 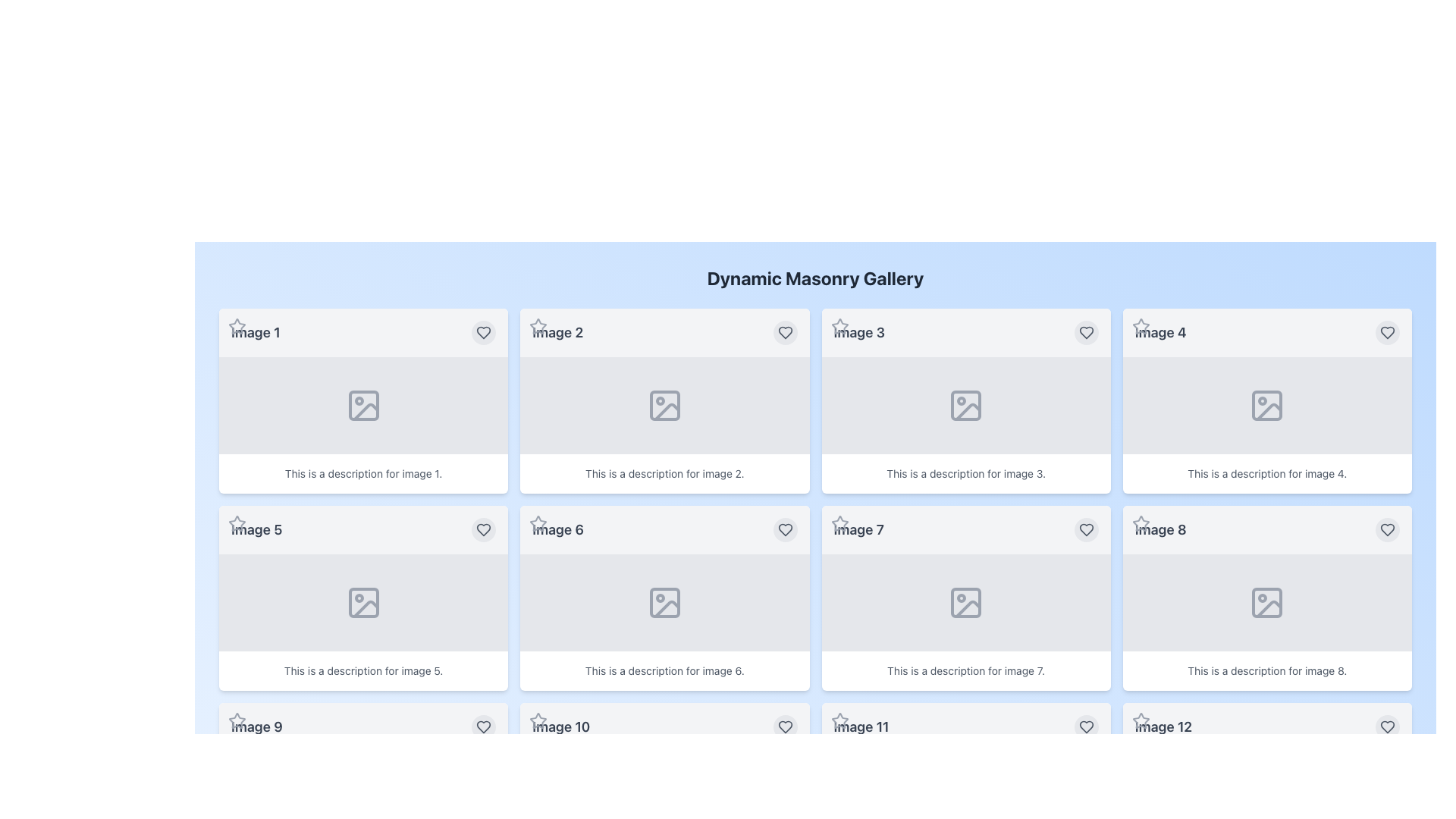 I want to click on the card titled 'Image 5' which has a central icon and description text at the bottom, so click(x=362, y=598).